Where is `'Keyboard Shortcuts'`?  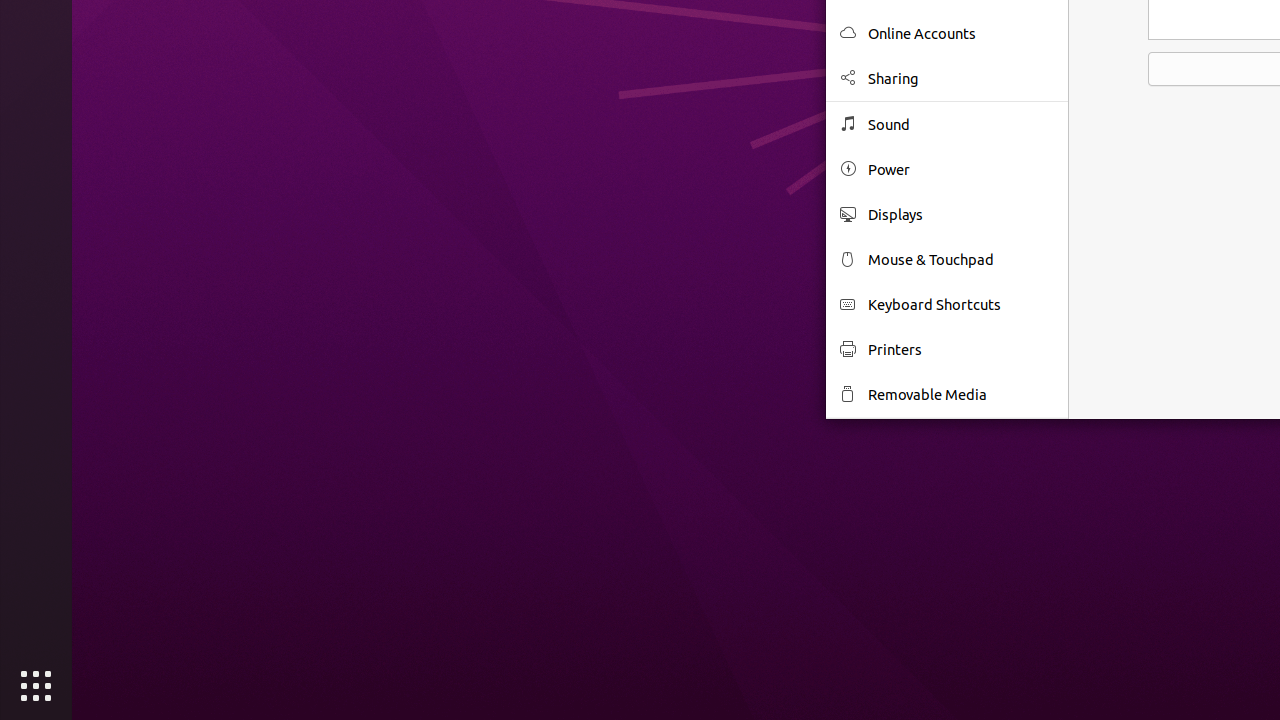 'Keyboard Shortcuts' is located at coordinates (961, 304).